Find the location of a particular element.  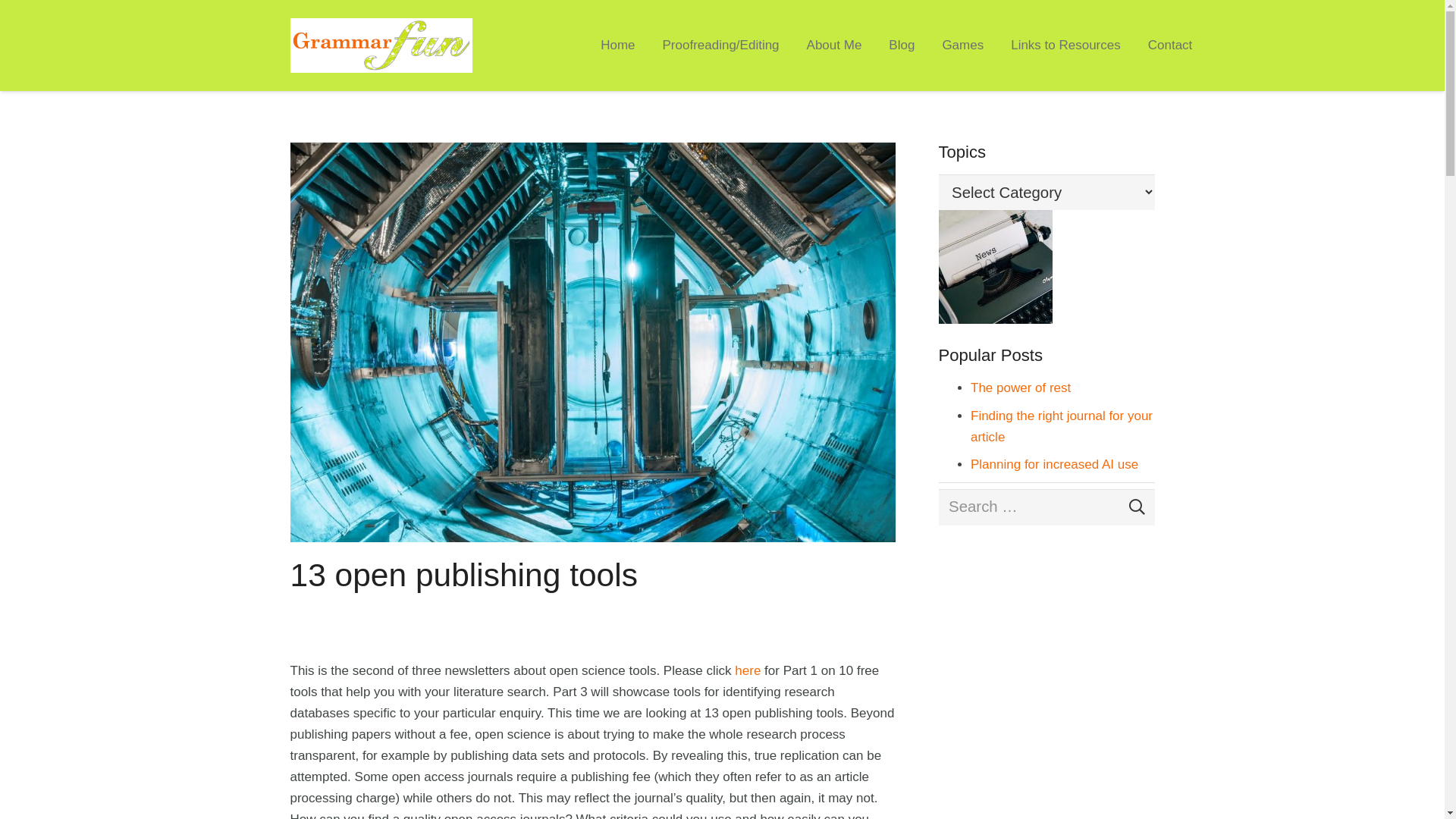

'Planning for increased AI use' is located at coordinates (1053, 463).